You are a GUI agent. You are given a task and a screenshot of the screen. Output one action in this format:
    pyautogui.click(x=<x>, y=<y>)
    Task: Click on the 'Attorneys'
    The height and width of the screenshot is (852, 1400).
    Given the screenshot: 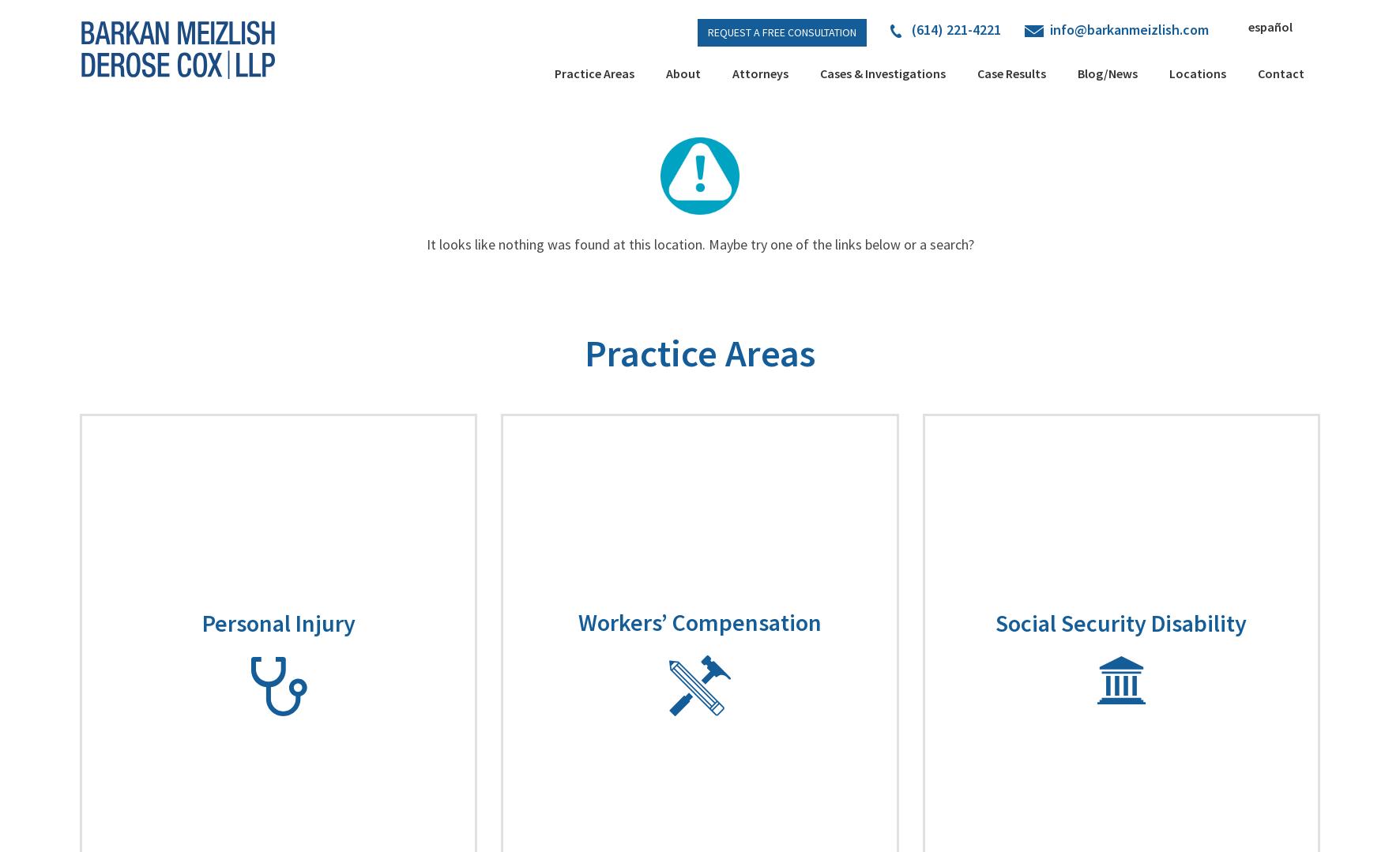 What is the action you would take?
    pyautogui.click(x=759, y=73)
    